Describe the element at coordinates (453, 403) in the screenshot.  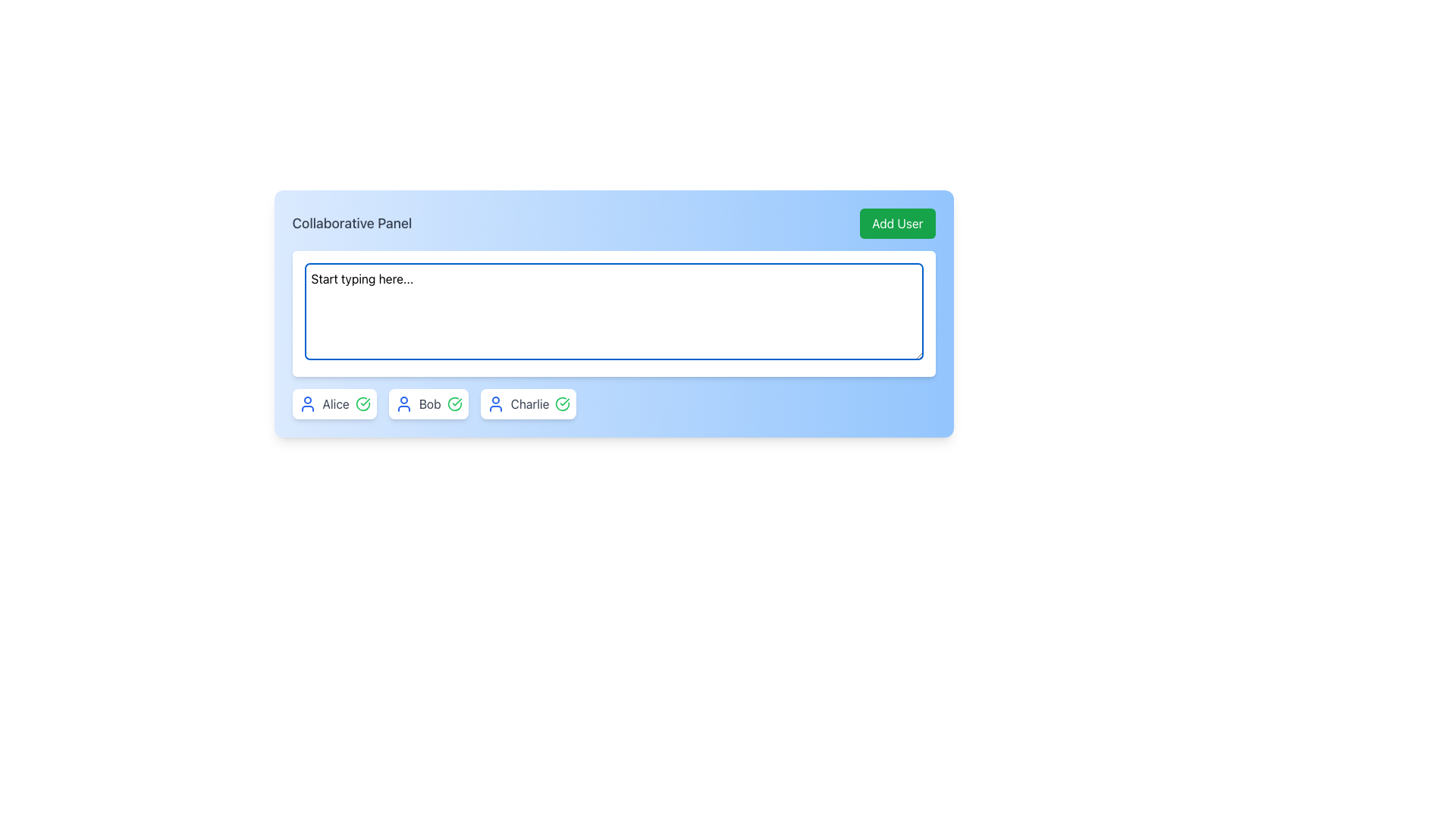
I see `the green circular icon with a checkmark inside, which signifies completion or approval, located next to Bob's name in the user card layout` at that location.